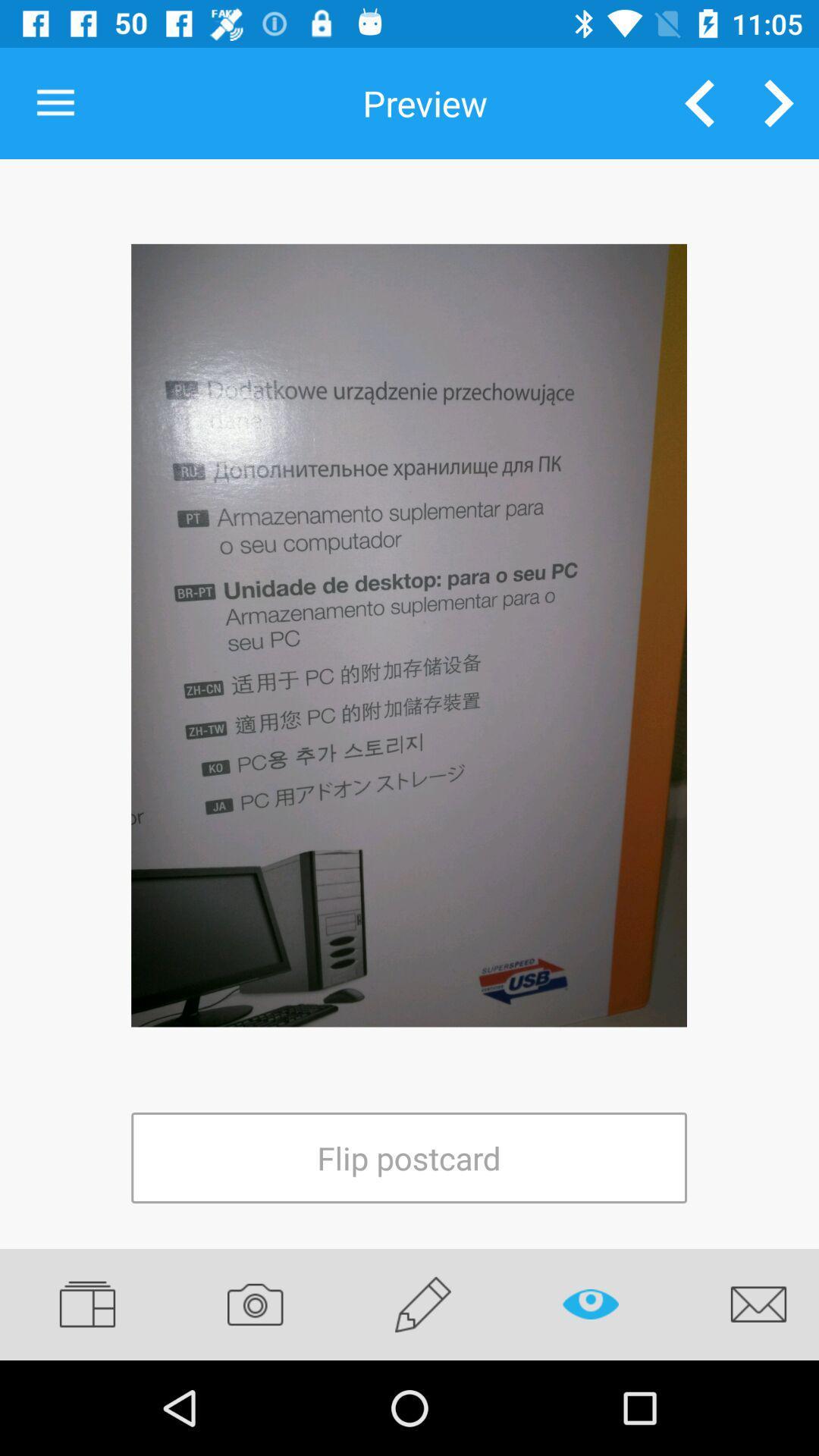 The height and width of the screenshot is (1456, 819). What do you see at coordinates (699, 102) in the screenshot?
I see `go back` at bounding box center [699, 102].